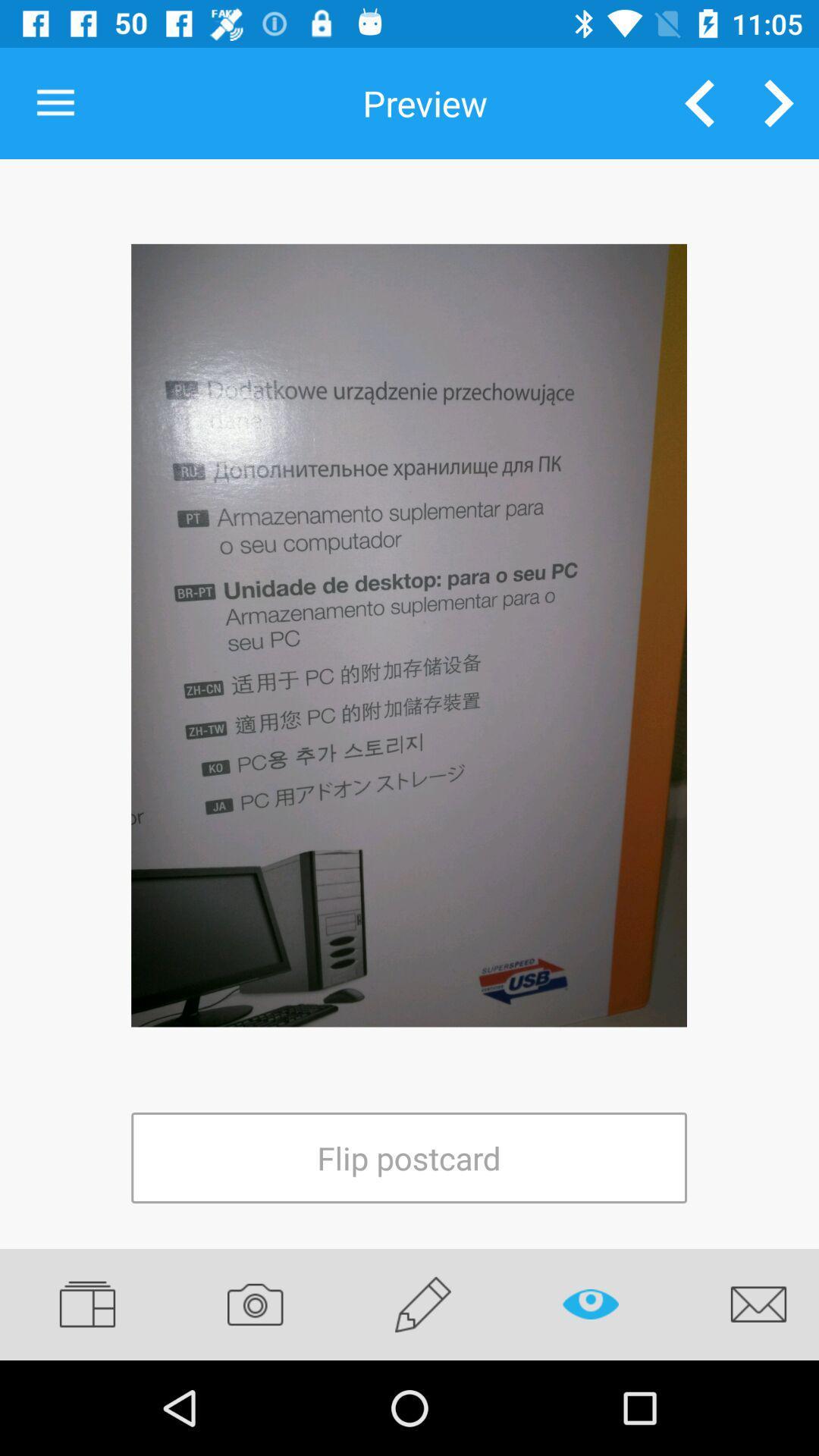 The height and width of the screenshot is (1456, 819). What do you see at coordinates (699, 102) in the screenshot?
I see `go back` at bounding box center [699, 102].